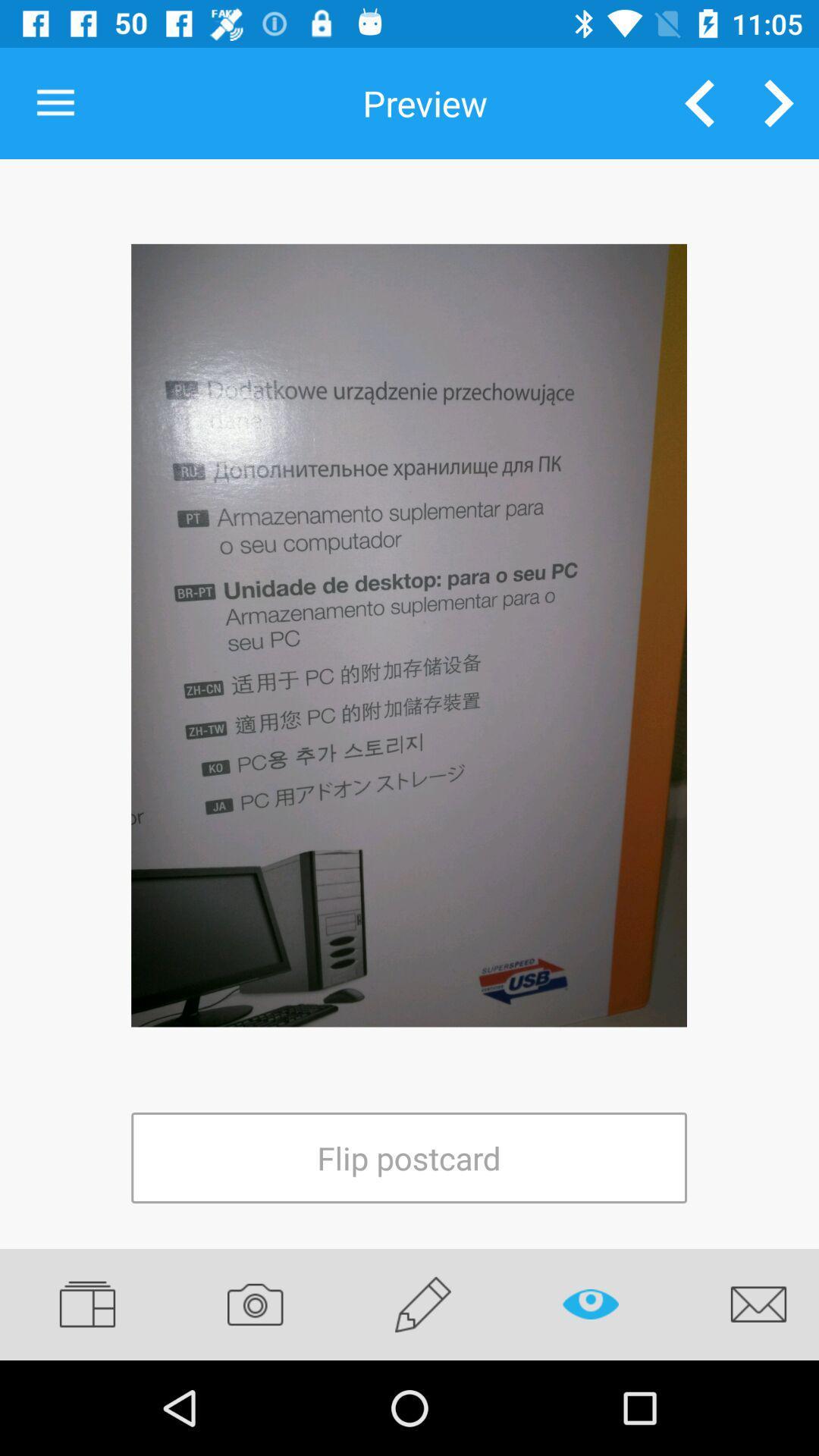 The height and width of the screenshot is (1456, 819). What do you see at coordinates (699, 102) in the screenshot?
I see `go back` at bounding box center [699, 102].